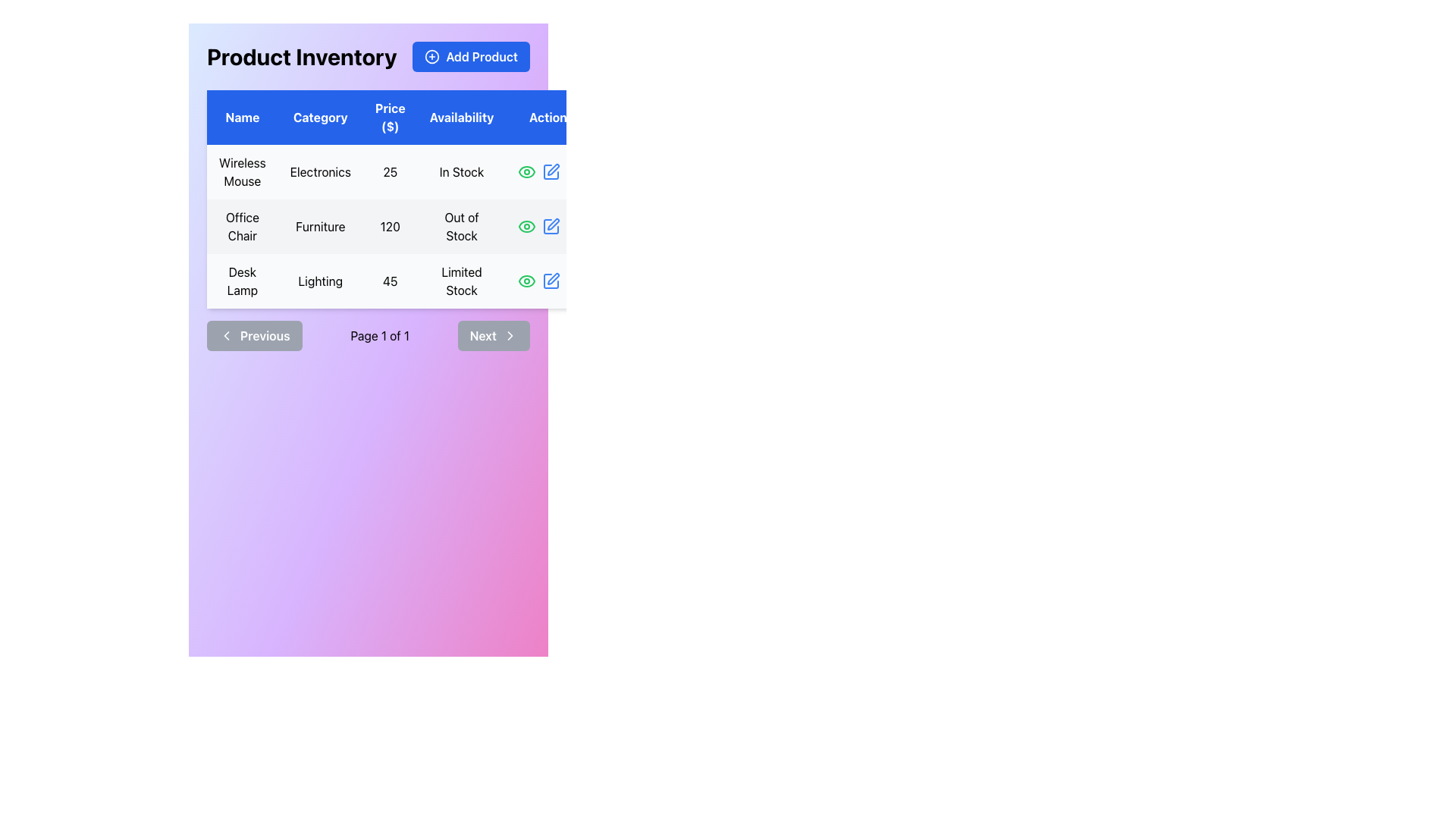 The width and height of the screenshot is (1456, 819). I want to click on the blue pen icon in the 'Actions' column of the last row of the product table, so click(551, 281).